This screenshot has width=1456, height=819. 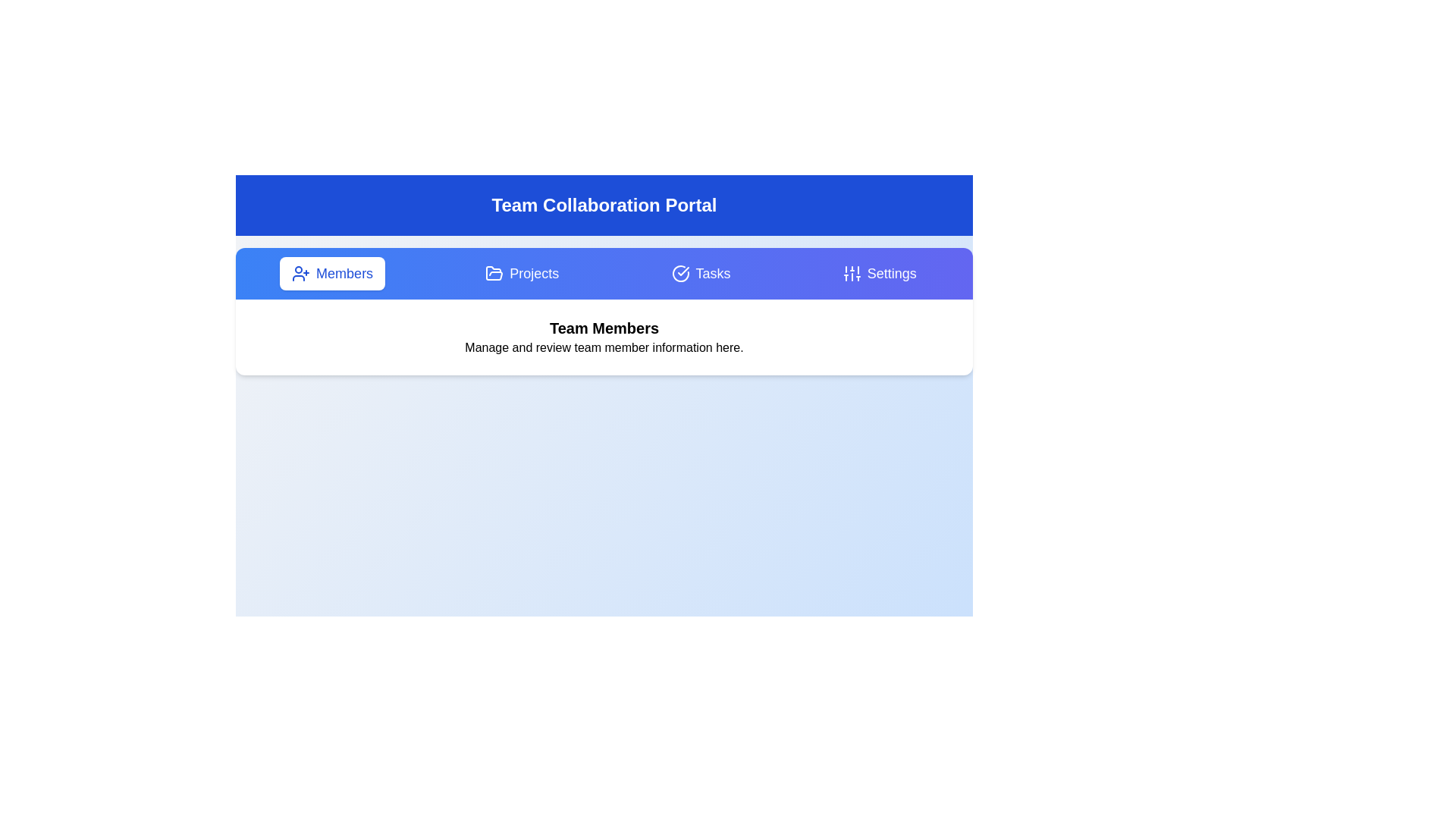 I want to click on the circular check icon located in the 'Tasks' button, which is positioned third from the left in the top horizontal navigation bar, to validate a task, so click(x=679, y=274).